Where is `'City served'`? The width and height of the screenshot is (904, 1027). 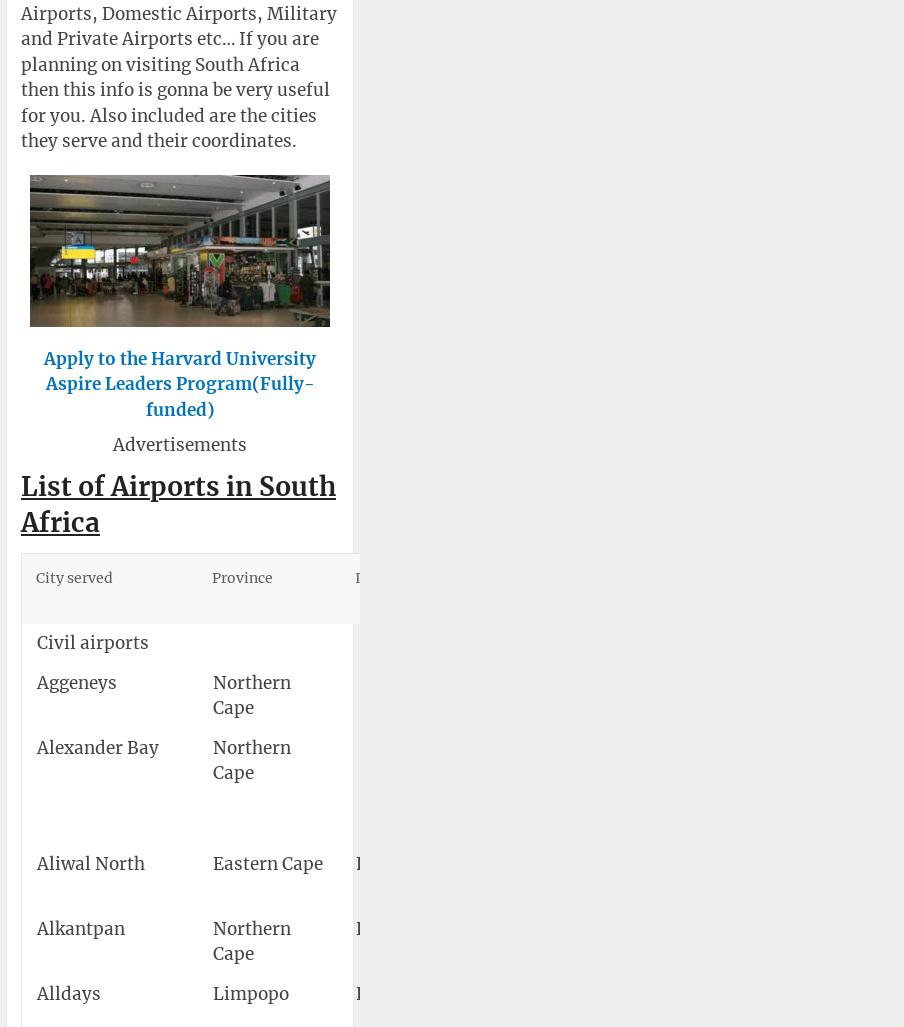
'City served' is located at coordinates (74, 577).